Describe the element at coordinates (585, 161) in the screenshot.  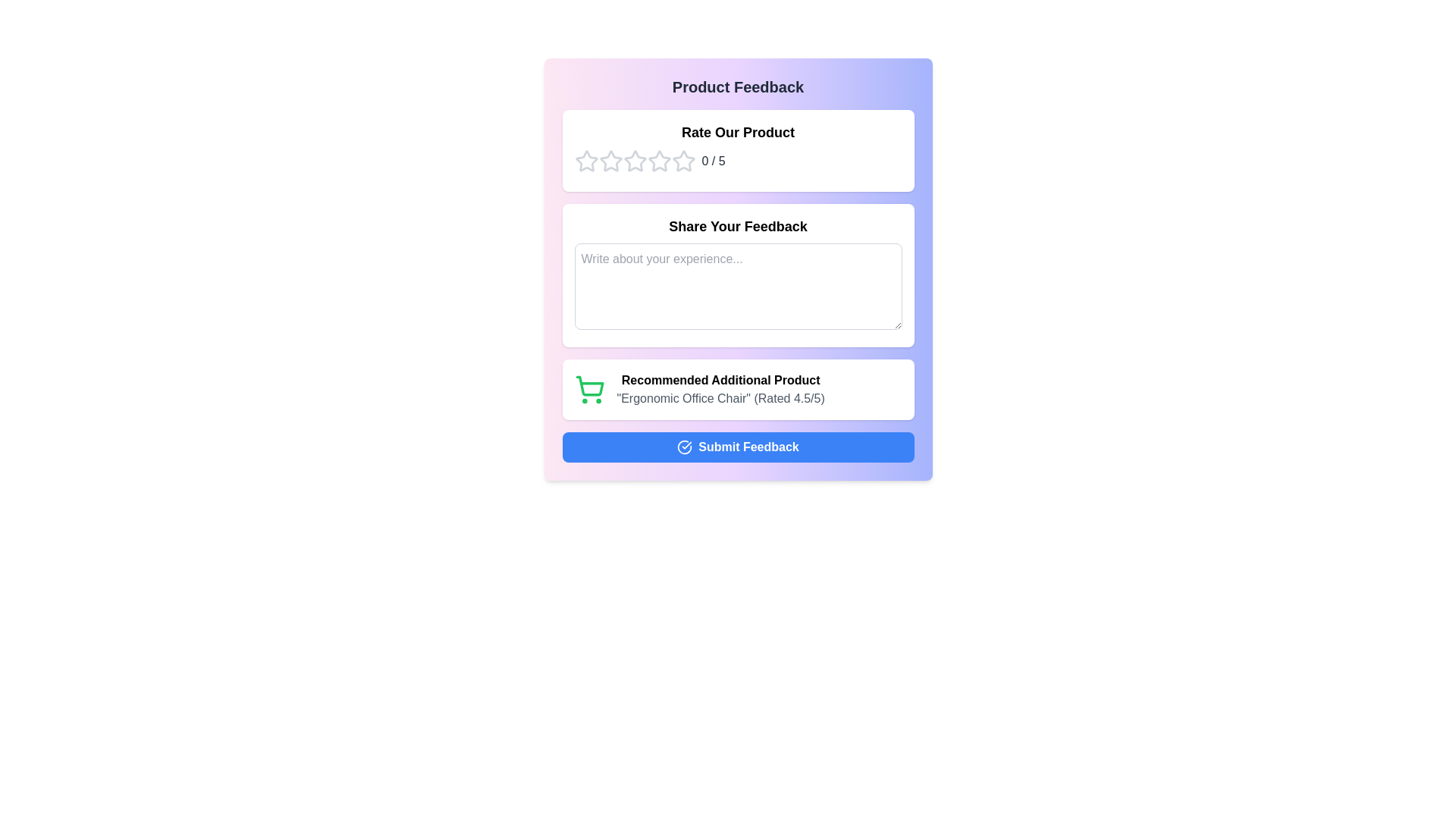
I see `the first unselected rating star icon` at that location.